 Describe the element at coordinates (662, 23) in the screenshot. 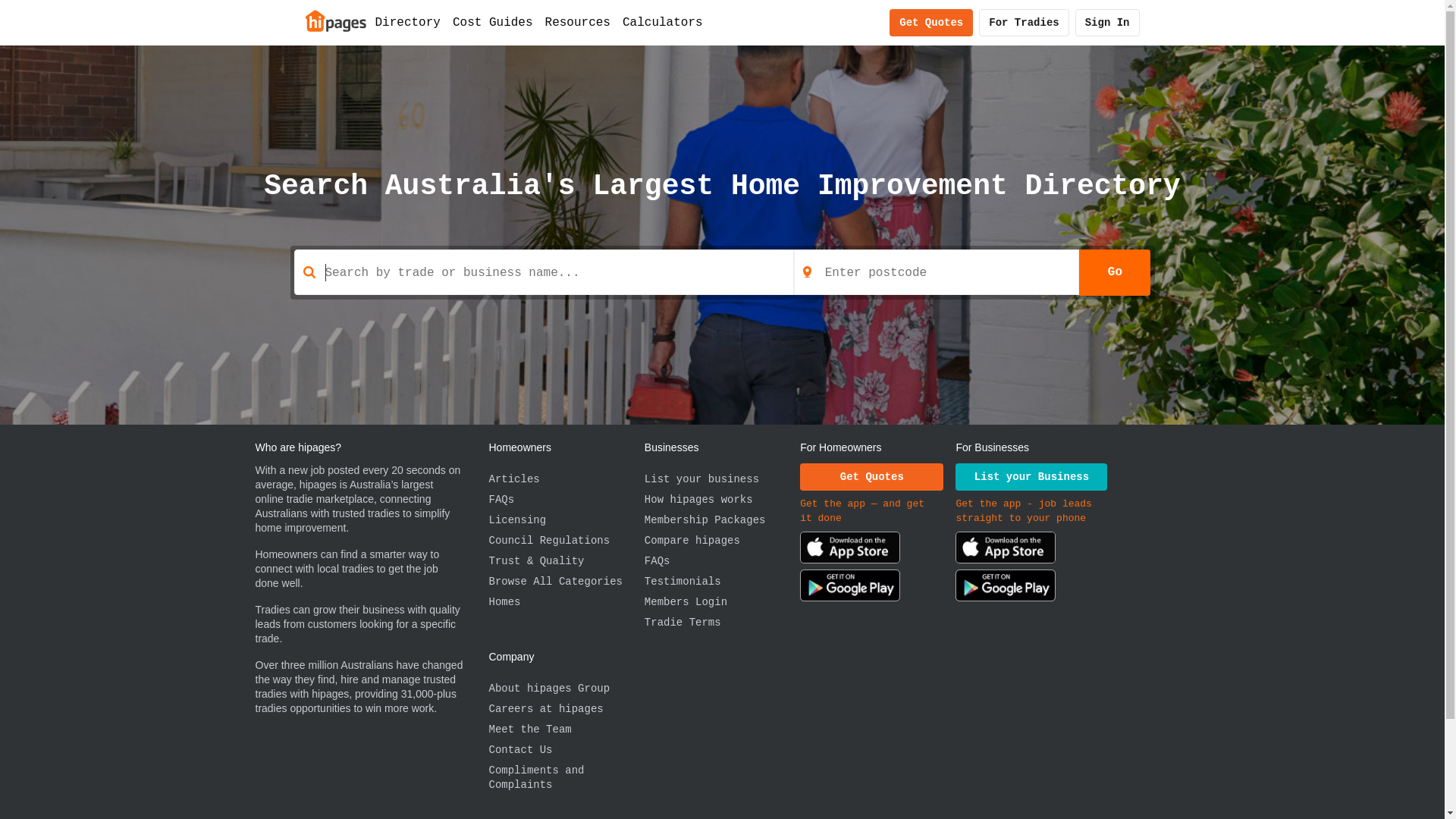

I see `'Calculators'` at that location.